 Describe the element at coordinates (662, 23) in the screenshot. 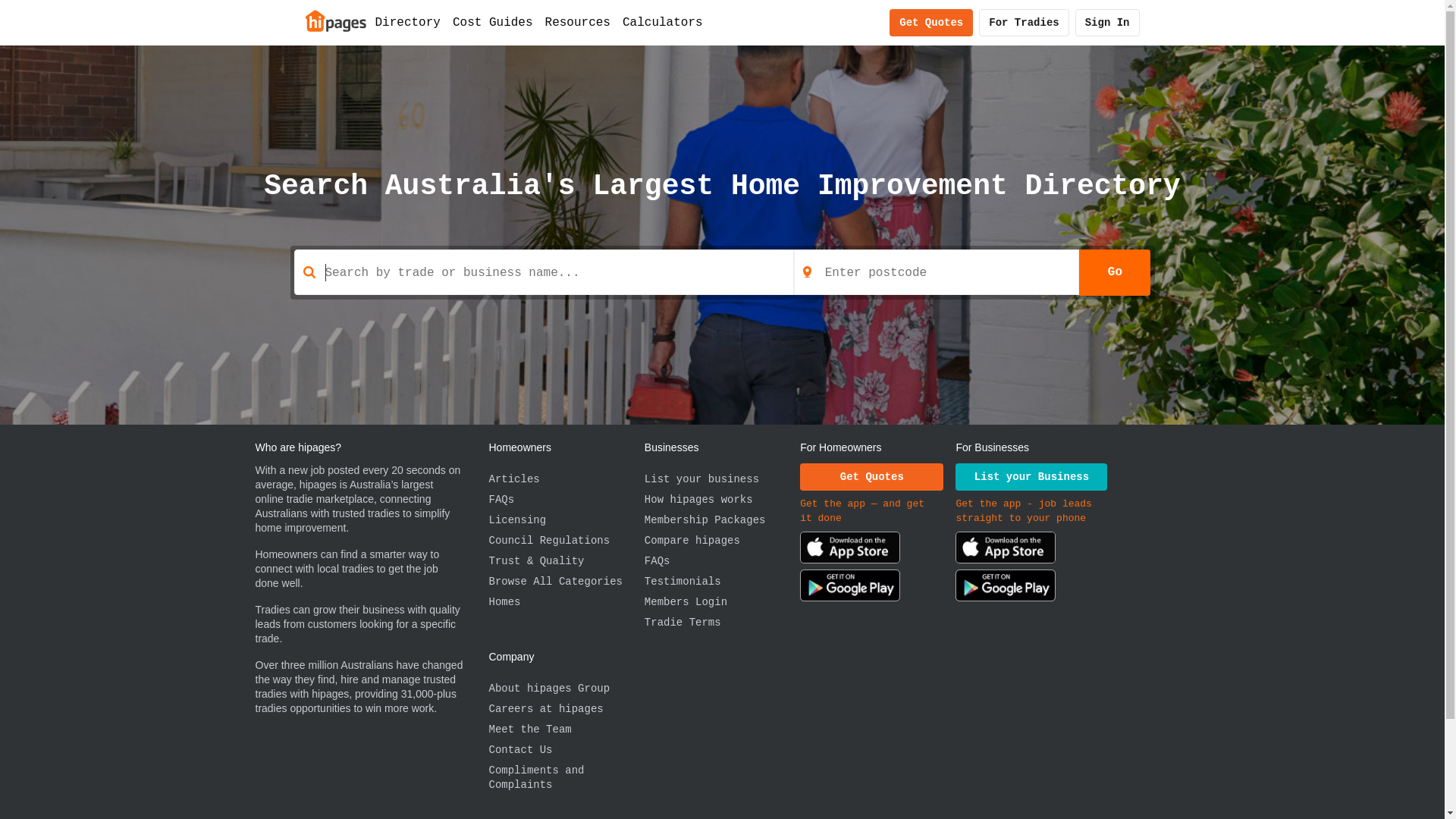

I see `'Calculators'` at that location.